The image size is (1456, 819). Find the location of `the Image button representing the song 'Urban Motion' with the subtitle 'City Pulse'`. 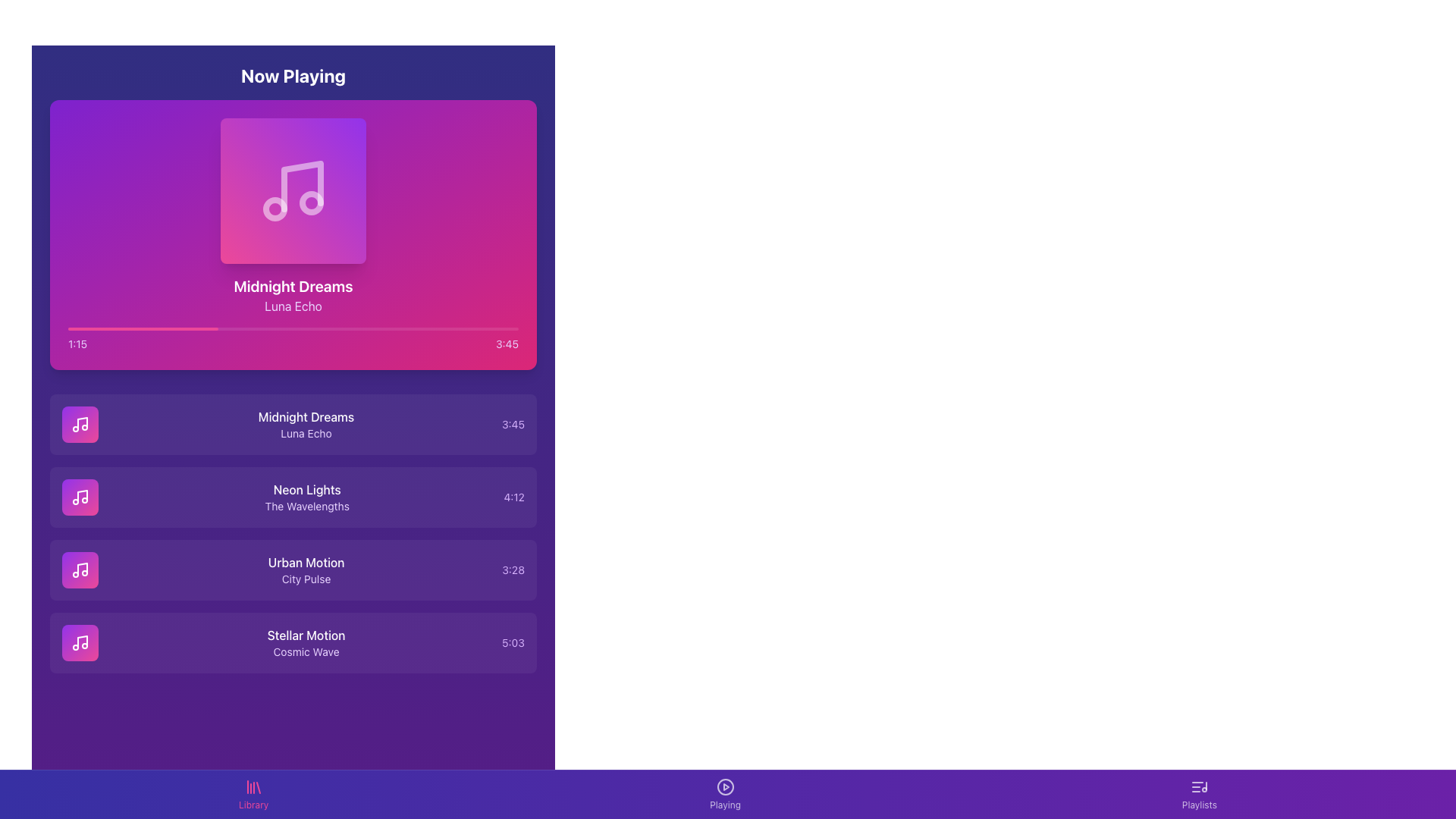

the Image button representing the song 'Urban Motion' with the subtitle 'City Pulse' is located at coordinates (79, 570).